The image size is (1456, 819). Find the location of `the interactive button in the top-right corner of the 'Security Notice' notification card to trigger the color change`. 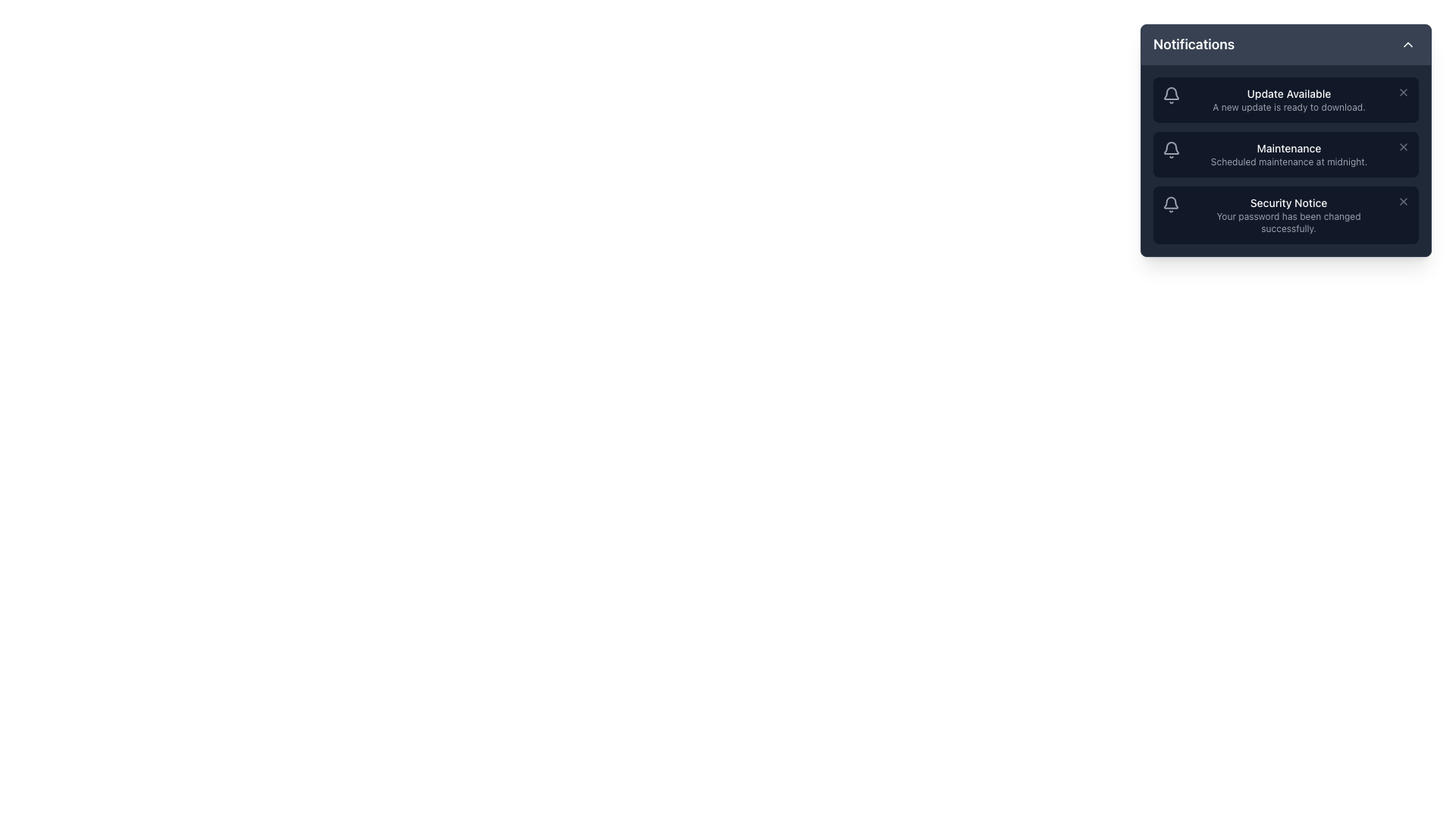

the interactive button in the top-right corner of the 'Security Notice' notification card to trigger the color change is located at coordinates (1403, 201).